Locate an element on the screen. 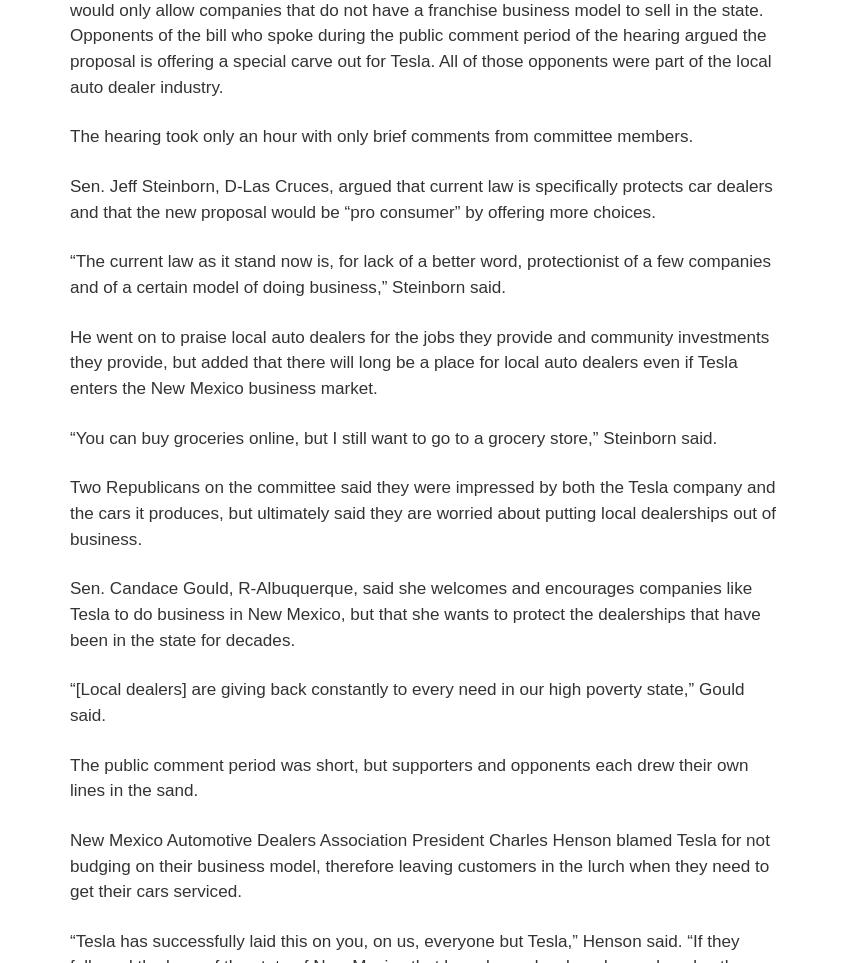  'Sen. Jeff Steinborn, D-Las Cruces, argued that current law is specifically protects car dealers and that the new proposal would be “pro consumer” by offering more choices.' is located at coordinates (420, 197).